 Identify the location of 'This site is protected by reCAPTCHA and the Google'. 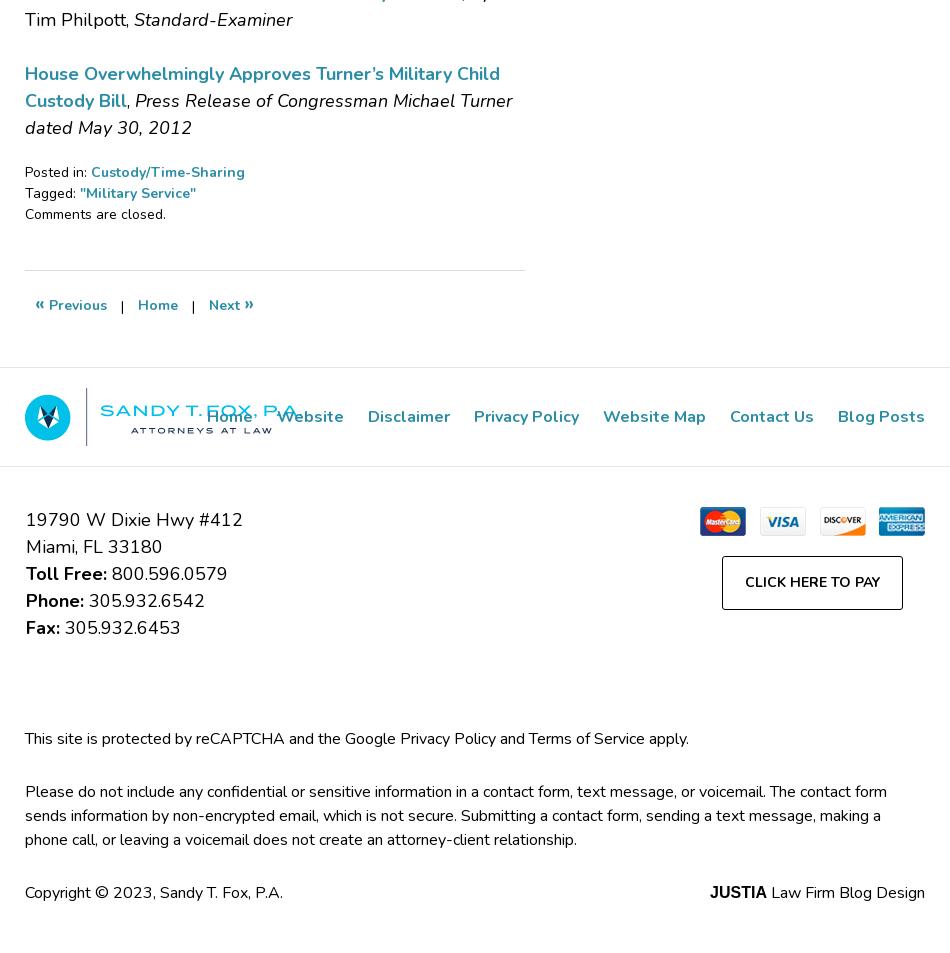
(212, 738).